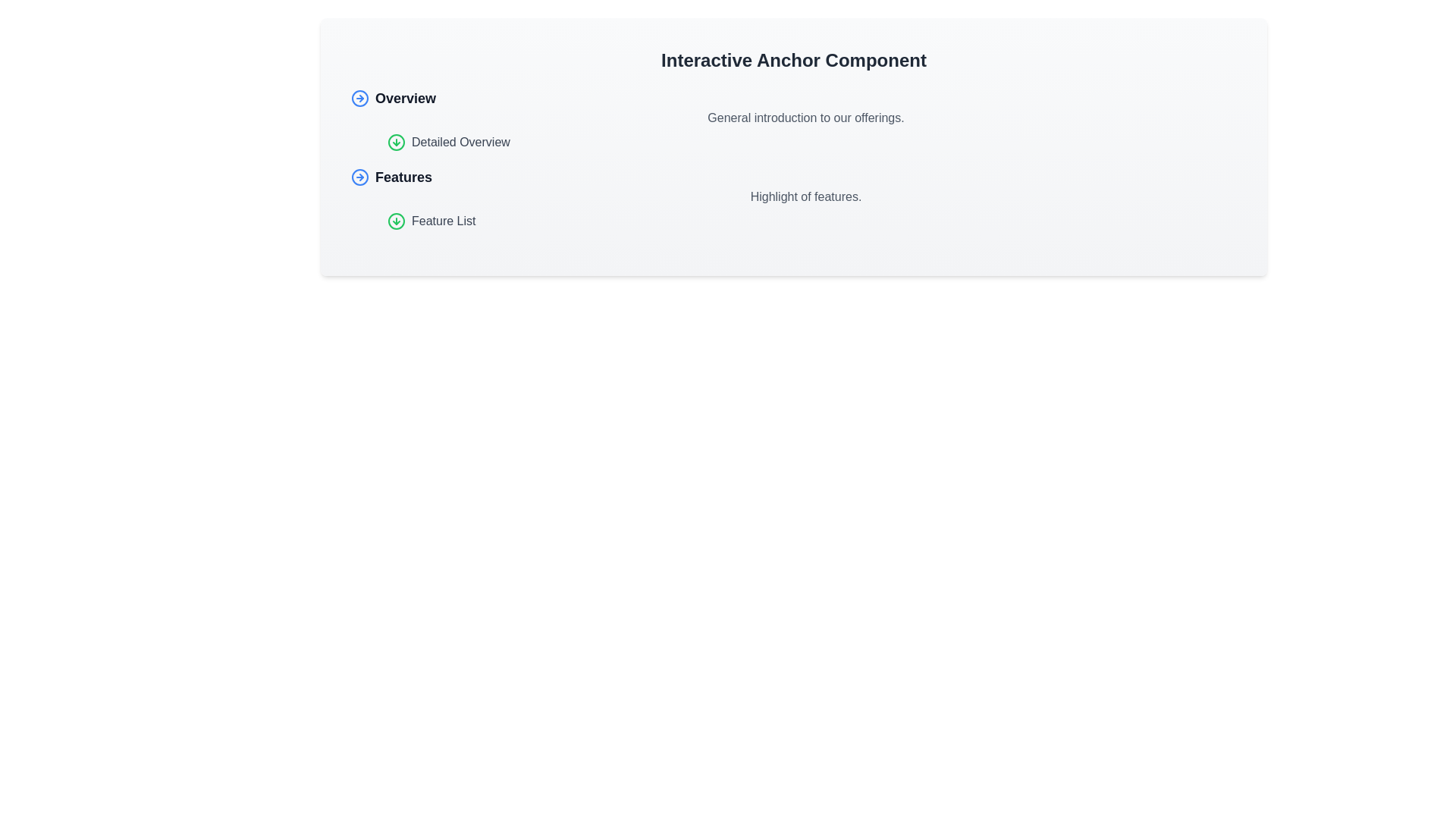 This screenshot has height=819, width=1456. What do you see at coordinates (403, 177) in the screenshot?
I see `the 'Features' clickable hyperlink to observe a visual change in text color, which is styled in bold and slightly larger font with a blue hover effect` at bounding box center [403, 177].